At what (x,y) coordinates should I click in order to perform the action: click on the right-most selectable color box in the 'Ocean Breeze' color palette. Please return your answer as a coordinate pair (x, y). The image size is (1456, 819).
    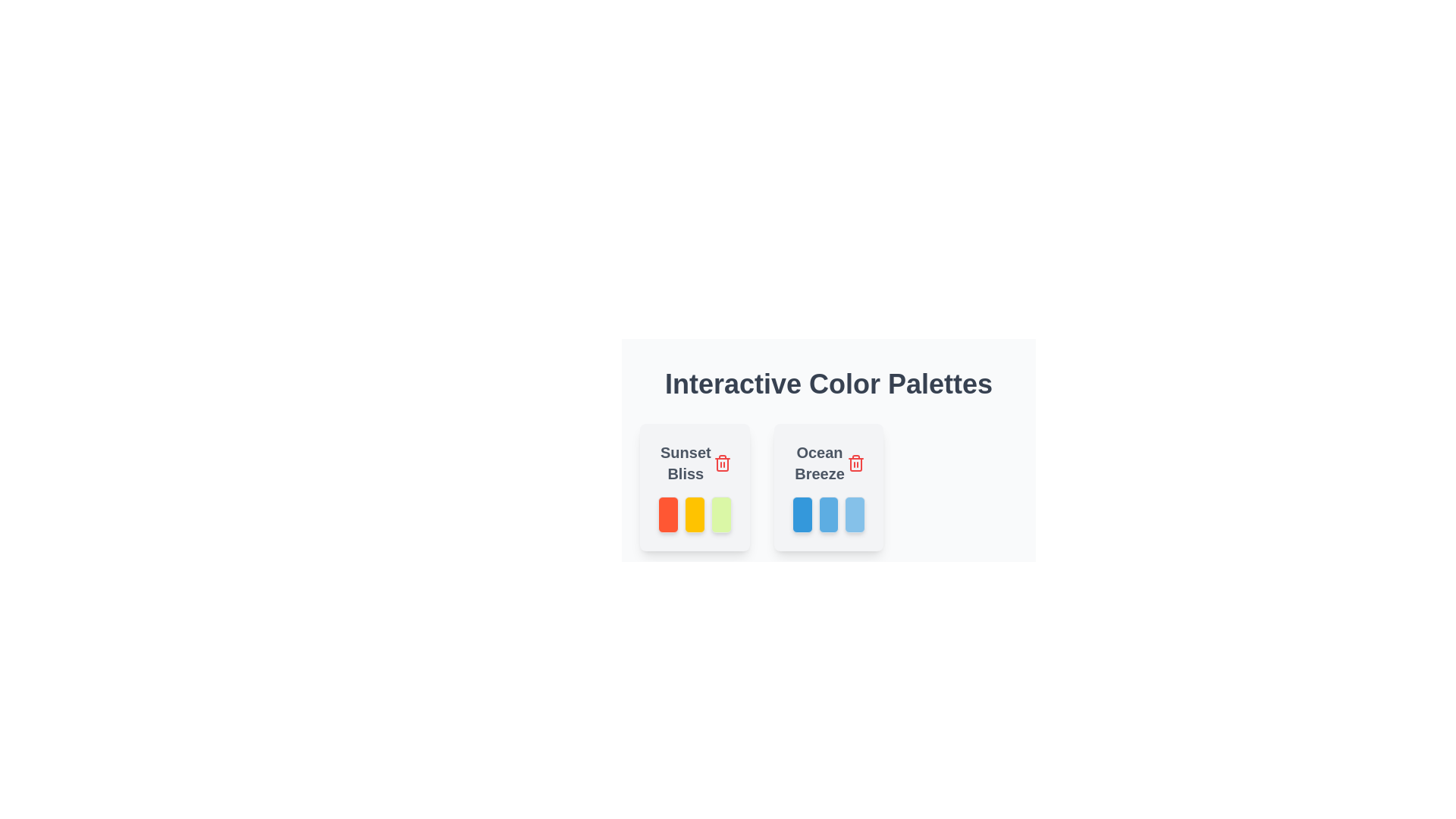
    Looking at the image, I should click on (855, 513).